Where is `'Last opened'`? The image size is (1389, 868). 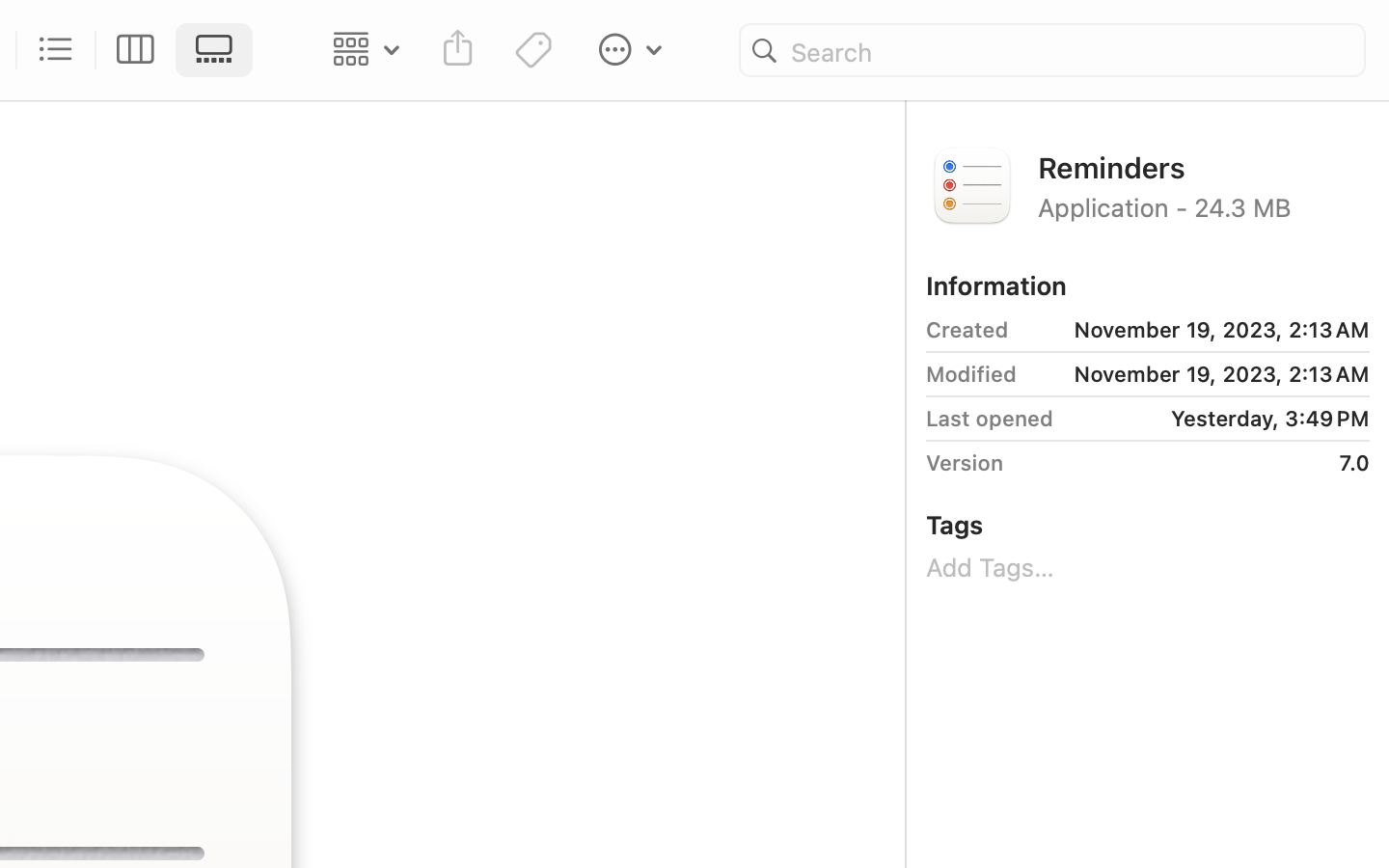 'Last opened' is located at coordinates (990, 418).